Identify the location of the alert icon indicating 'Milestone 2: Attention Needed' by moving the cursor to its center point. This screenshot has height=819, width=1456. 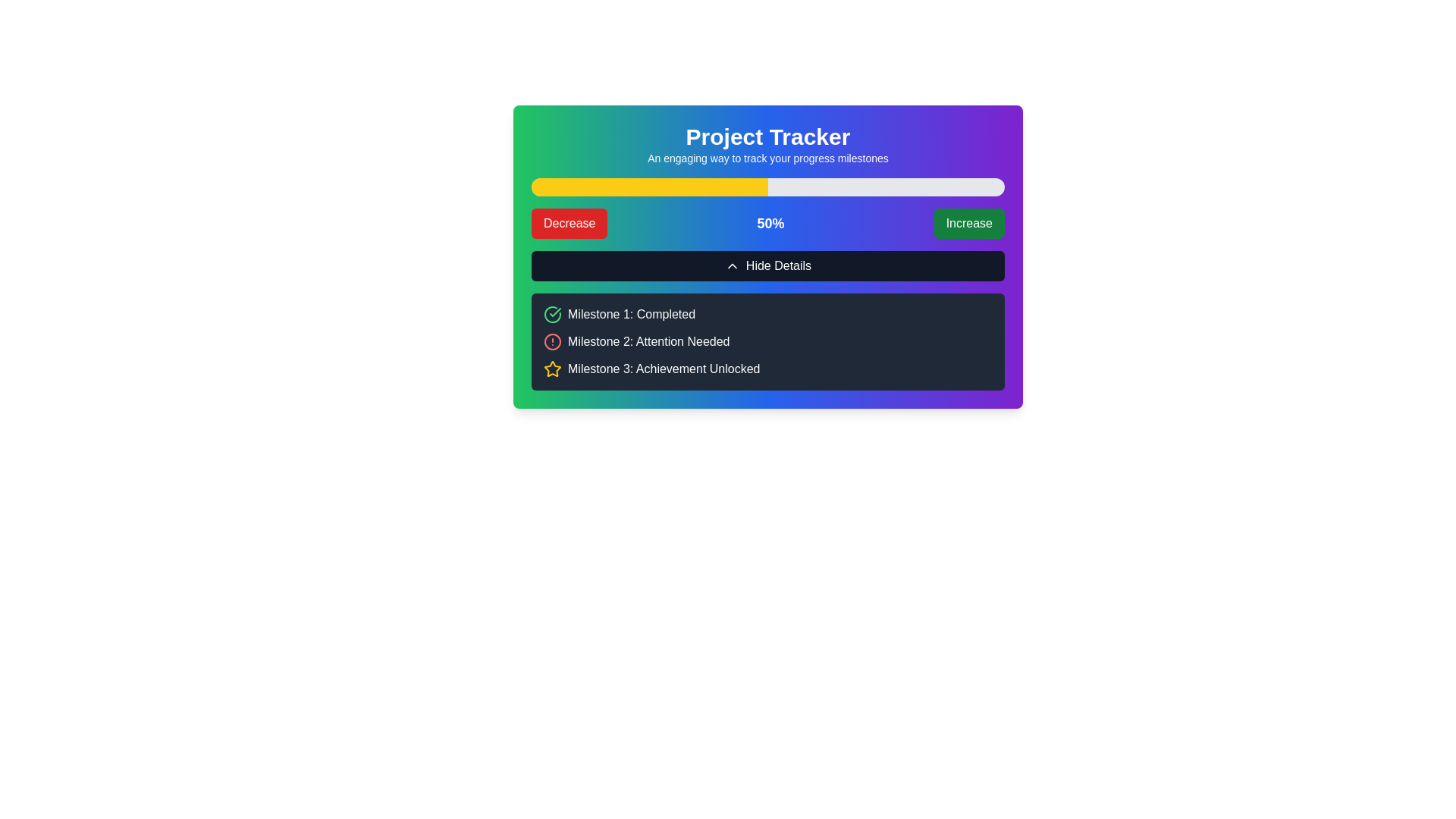
(552, 342).